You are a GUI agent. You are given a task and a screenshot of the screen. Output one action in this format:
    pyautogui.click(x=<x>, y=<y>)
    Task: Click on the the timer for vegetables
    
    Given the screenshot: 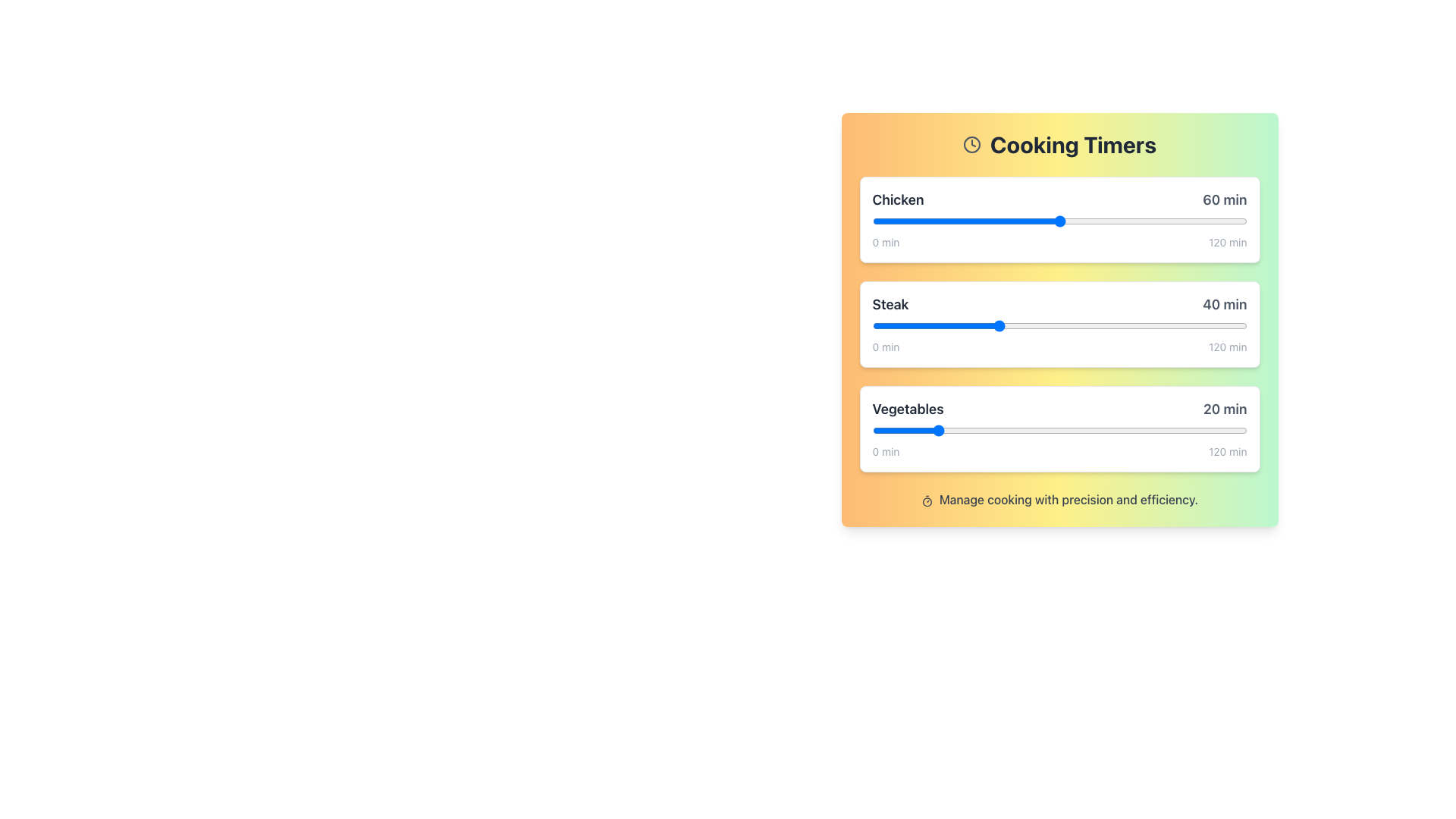 What is the action you would take?
    pyautogui.click(x=1031, y=430)
    